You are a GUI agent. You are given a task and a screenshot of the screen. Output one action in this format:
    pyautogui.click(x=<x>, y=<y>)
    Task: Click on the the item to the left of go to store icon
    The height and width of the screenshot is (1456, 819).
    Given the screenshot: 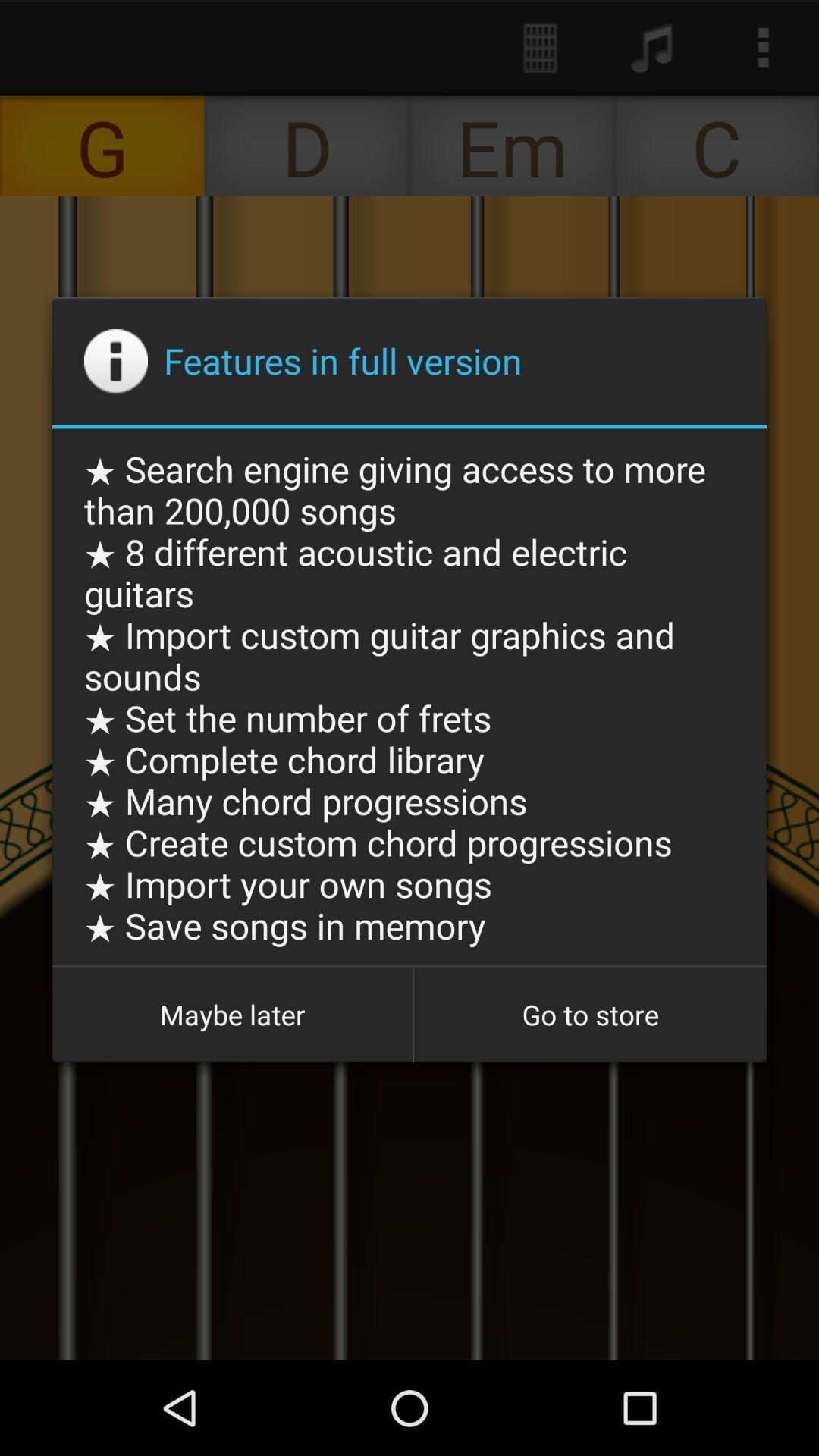 What is the action you would take?
    pyautogui.click(x=232, y=1015)
    